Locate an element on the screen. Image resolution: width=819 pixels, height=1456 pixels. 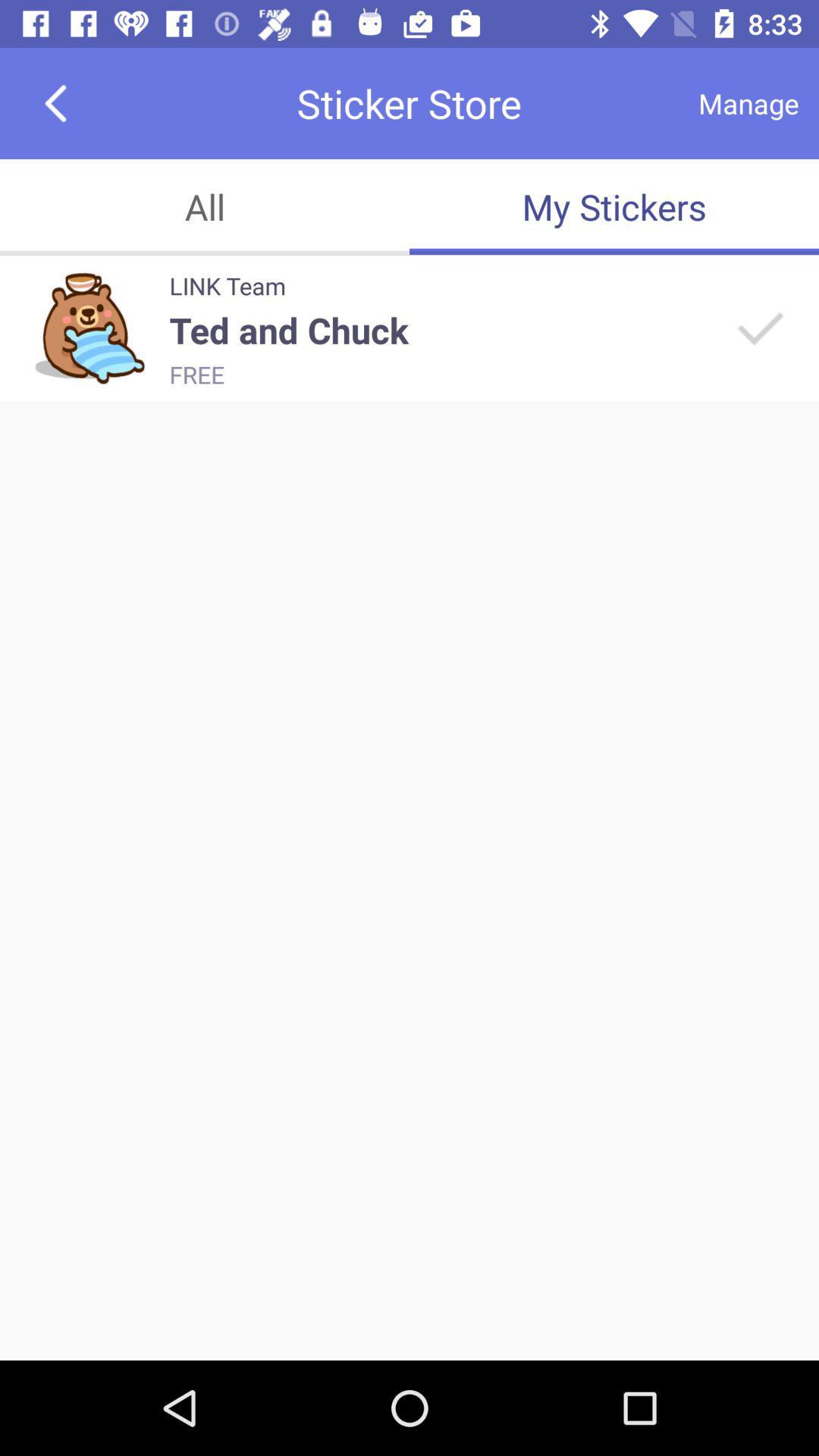
the all is located at coordinates (205, 206).